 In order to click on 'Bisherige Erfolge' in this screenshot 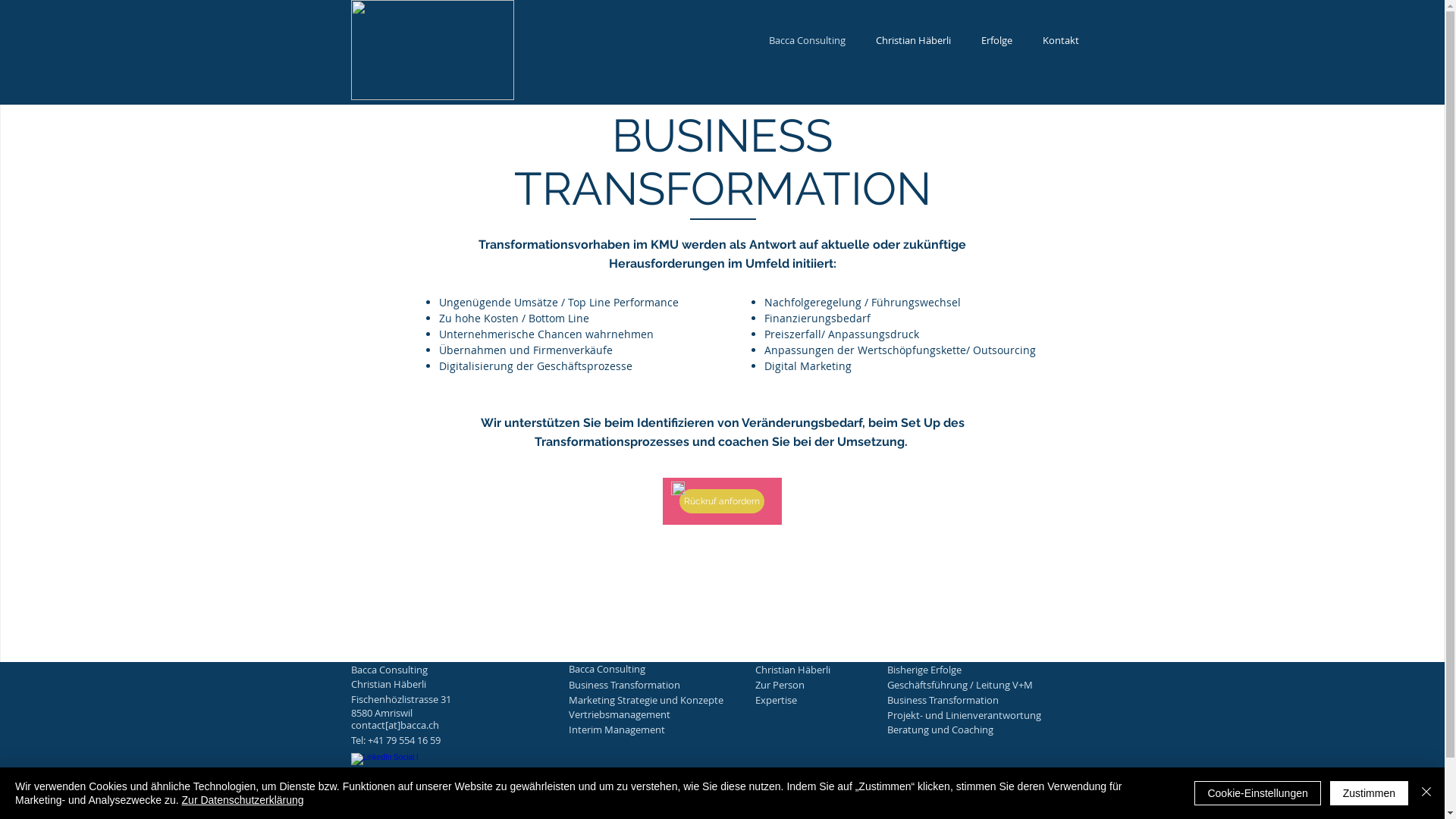, I will do `click(964, 669)`.